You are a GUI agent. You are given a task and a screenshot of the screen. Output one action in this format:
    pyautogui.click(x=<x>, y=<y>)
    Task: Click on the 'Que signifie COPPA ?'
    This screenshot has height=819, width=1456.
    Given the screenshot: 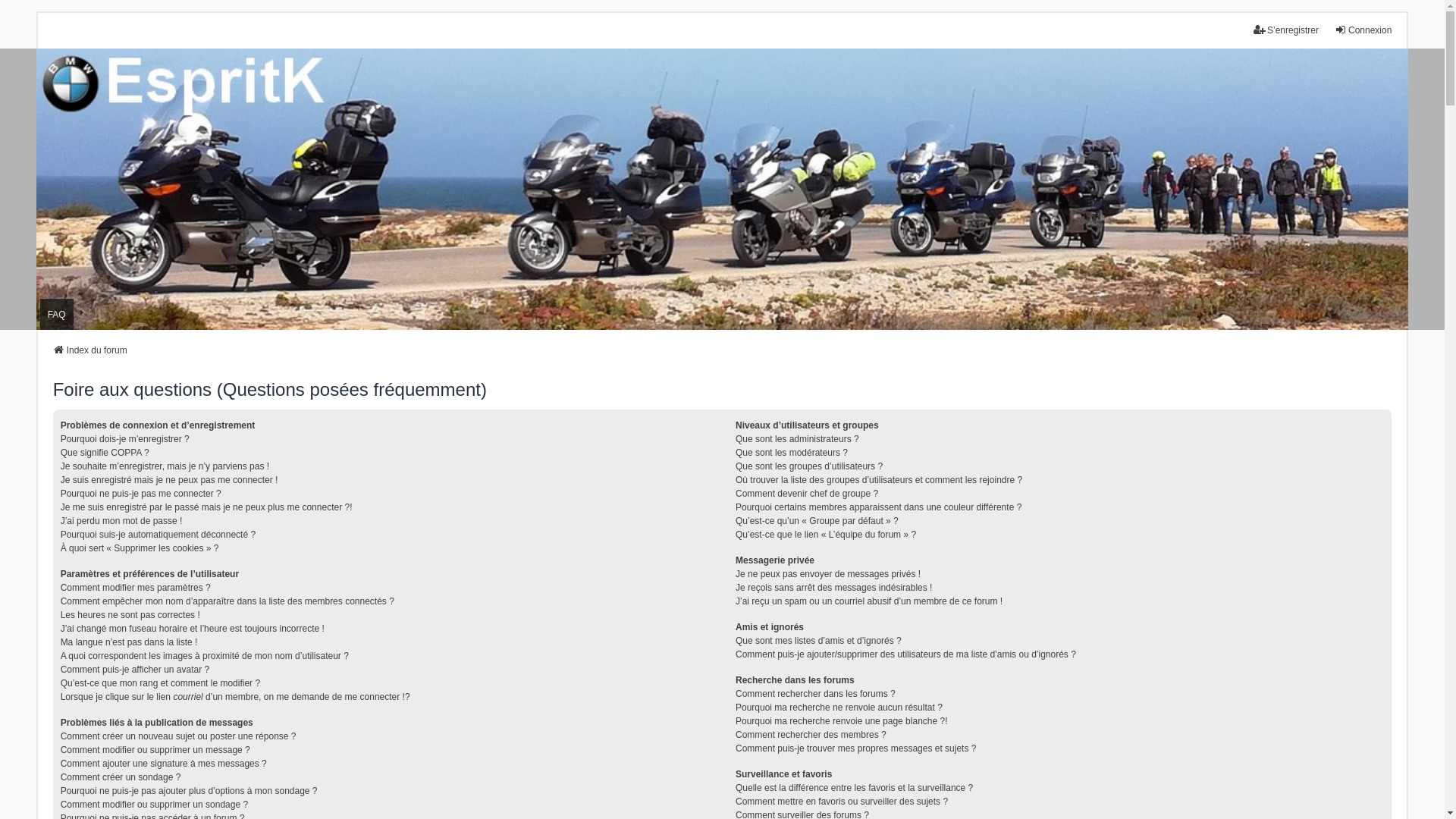 What is the action you would take?
    pyautogui.click(x=104, y=452)
    